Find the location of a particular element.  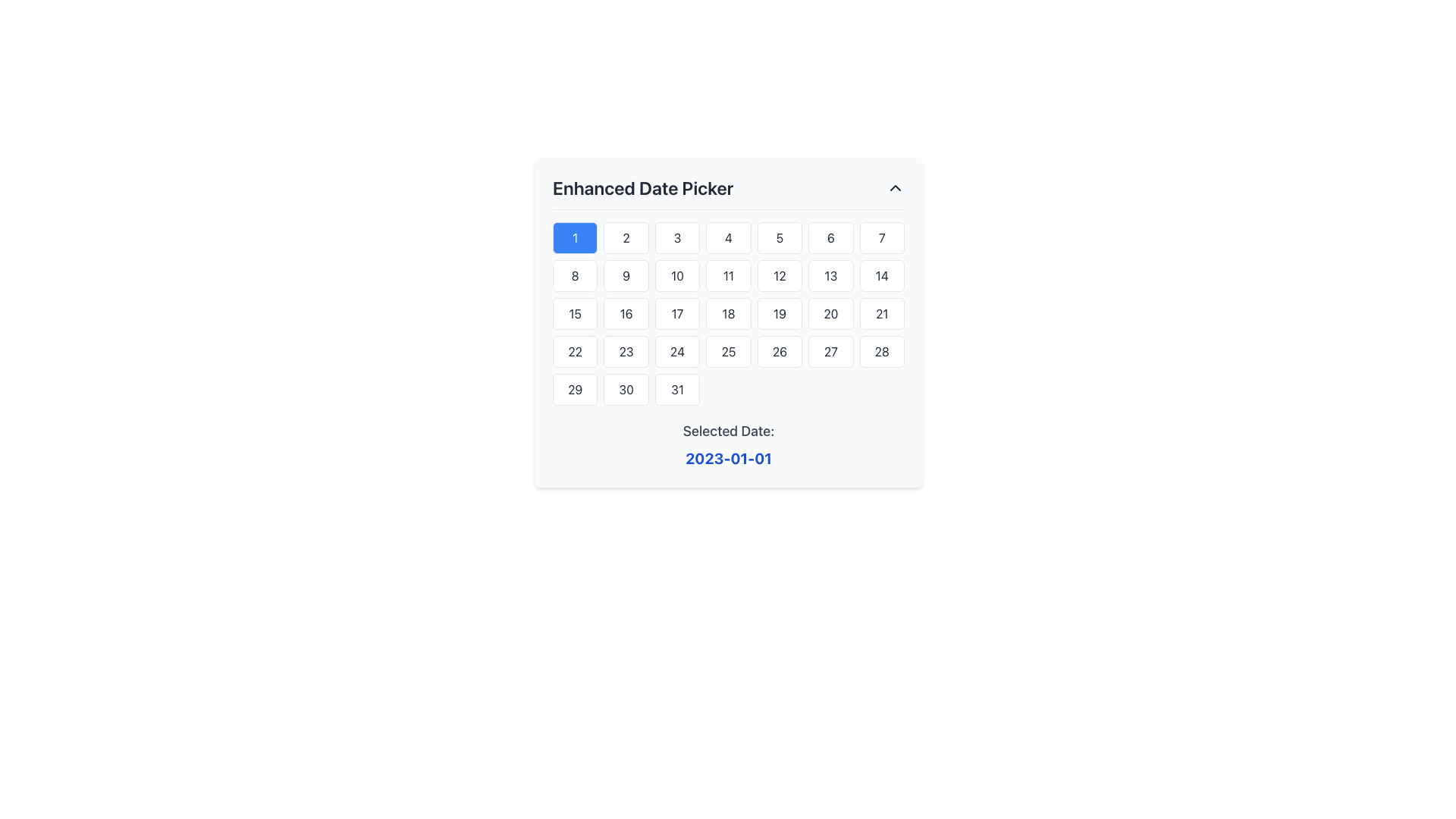

the rounded rectangular button labeled '17' is located at coordinates (676, 312).